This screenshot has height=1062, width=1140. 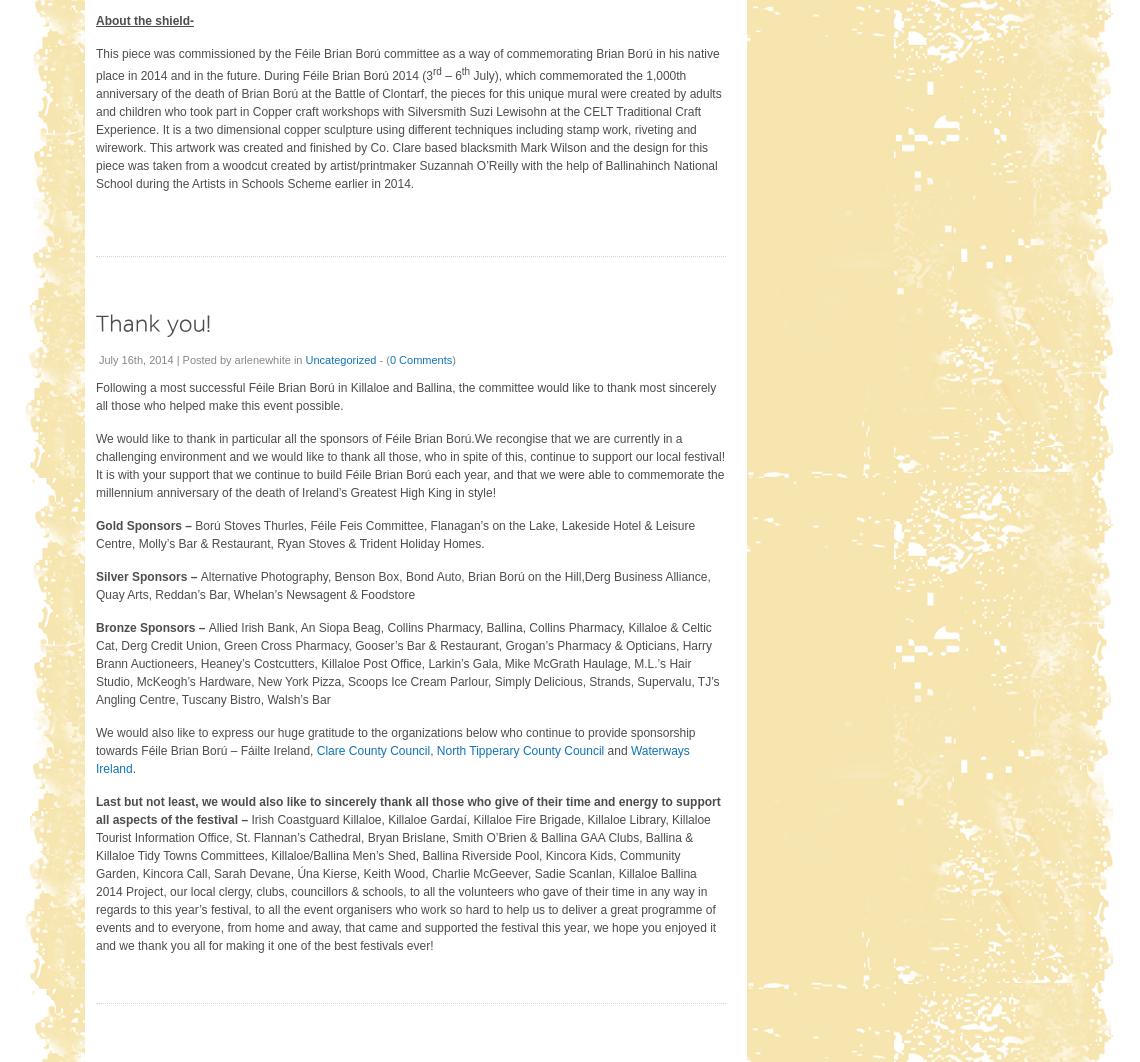 What do you see at coordinates (407, 808) in the screenshot?
I see `'Last but not least, we would also like to sincerely thank all those who give of their time and energy to support all aspects of the festival –'` at bounding box center [407, 808].